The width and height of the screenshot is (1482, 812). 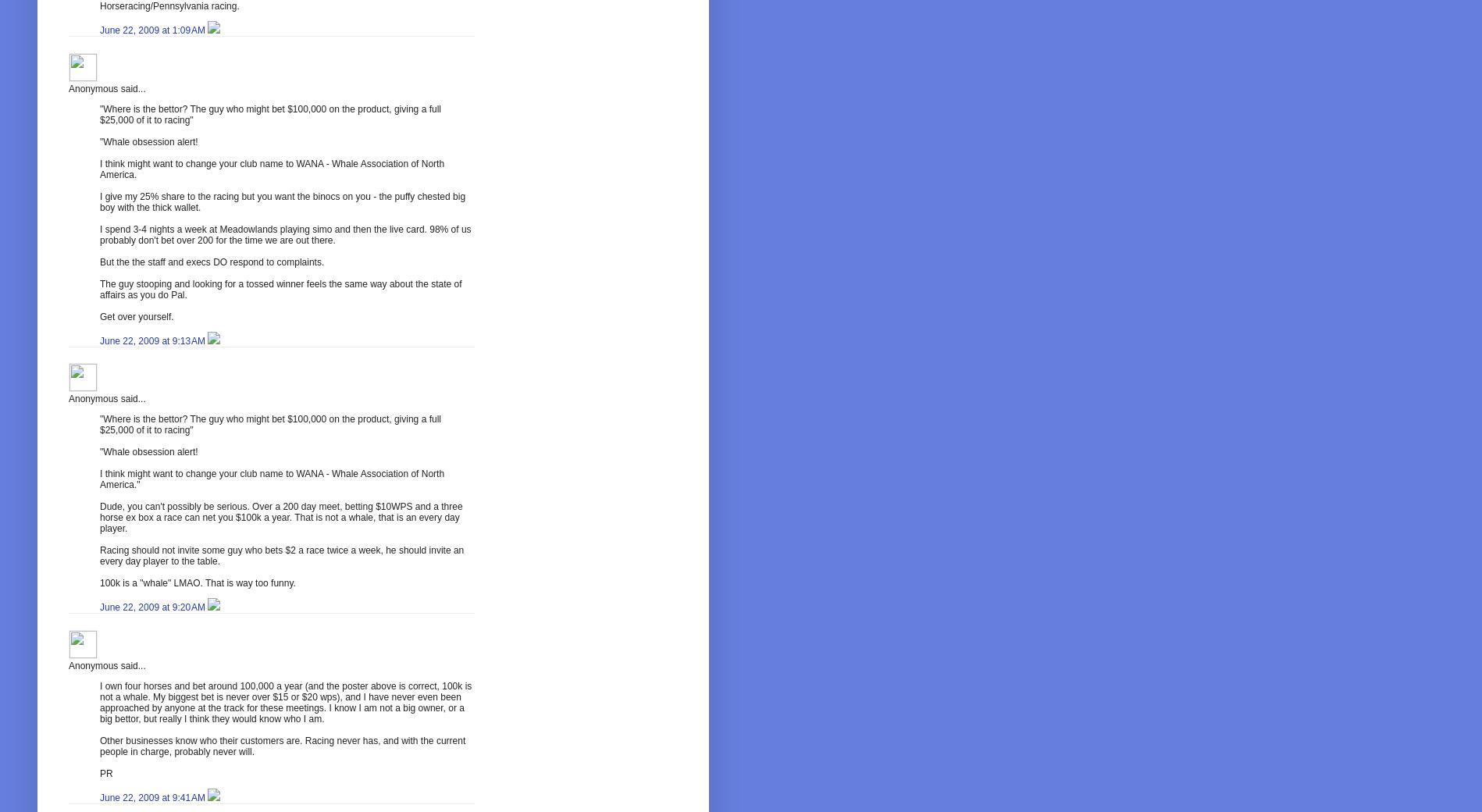 What do you see at coordinates (282, 746) in the screenshot?
I see `'Other businesses know who their customers are. Racing never has, and with the current people in charge, probably never will.'` at bounding box center [282, 746].